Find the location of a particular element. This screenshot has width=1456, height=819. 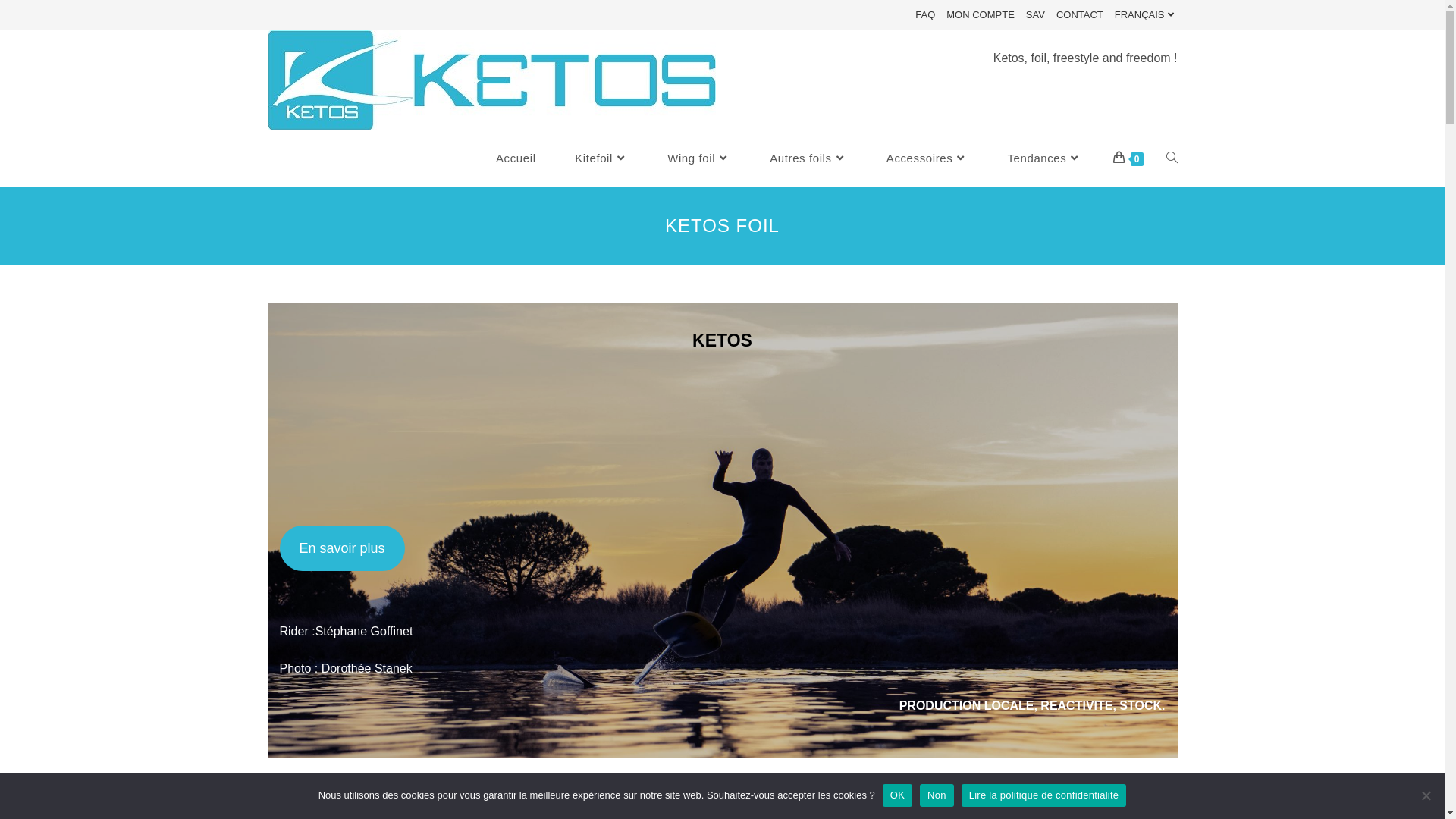

'CONTACT' is located at coordinates (1079, 14).